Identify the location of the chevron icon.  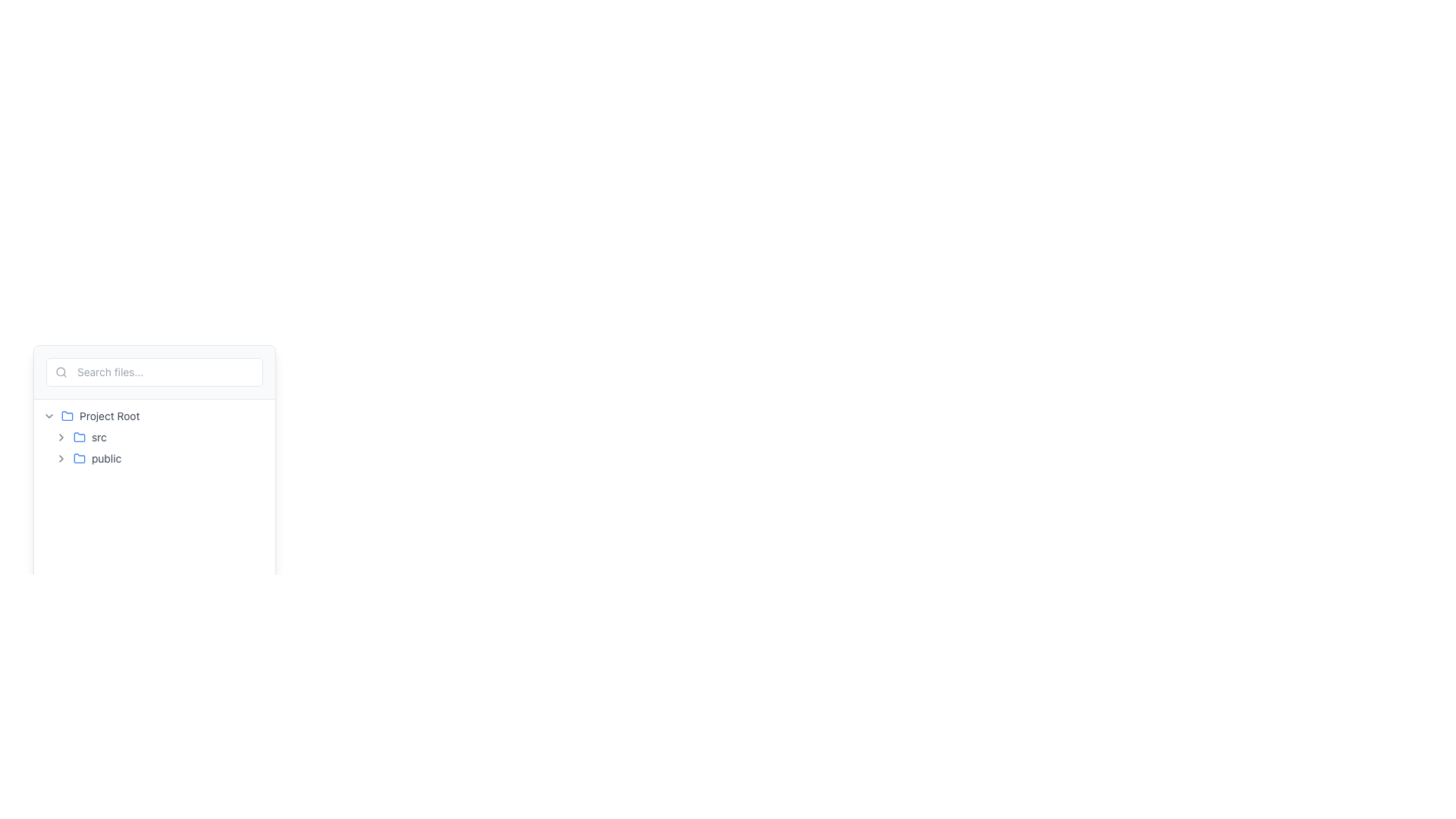
(61, 438).